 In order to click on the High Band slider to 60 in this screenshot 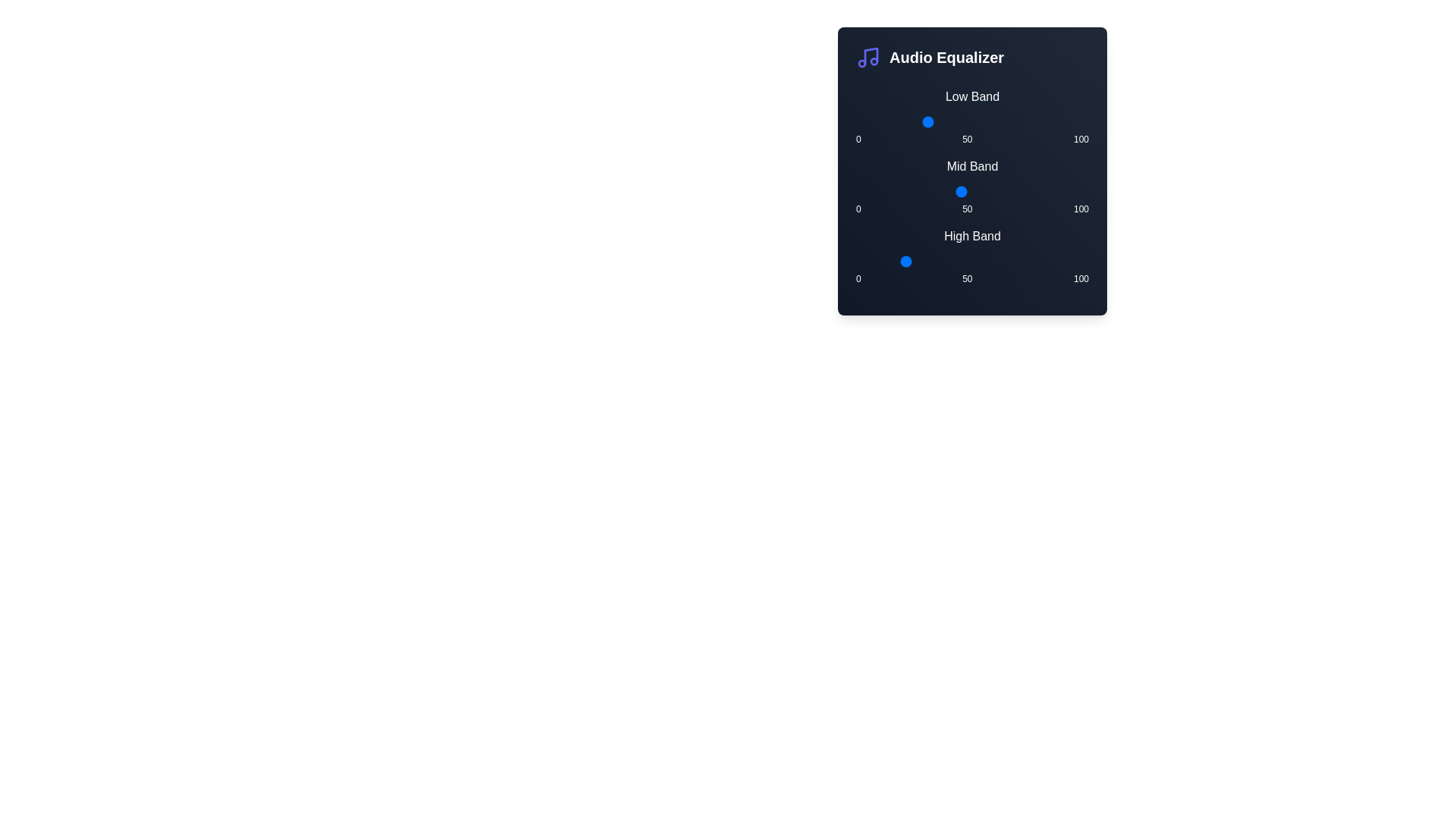, I will do `click(996, 260)`.